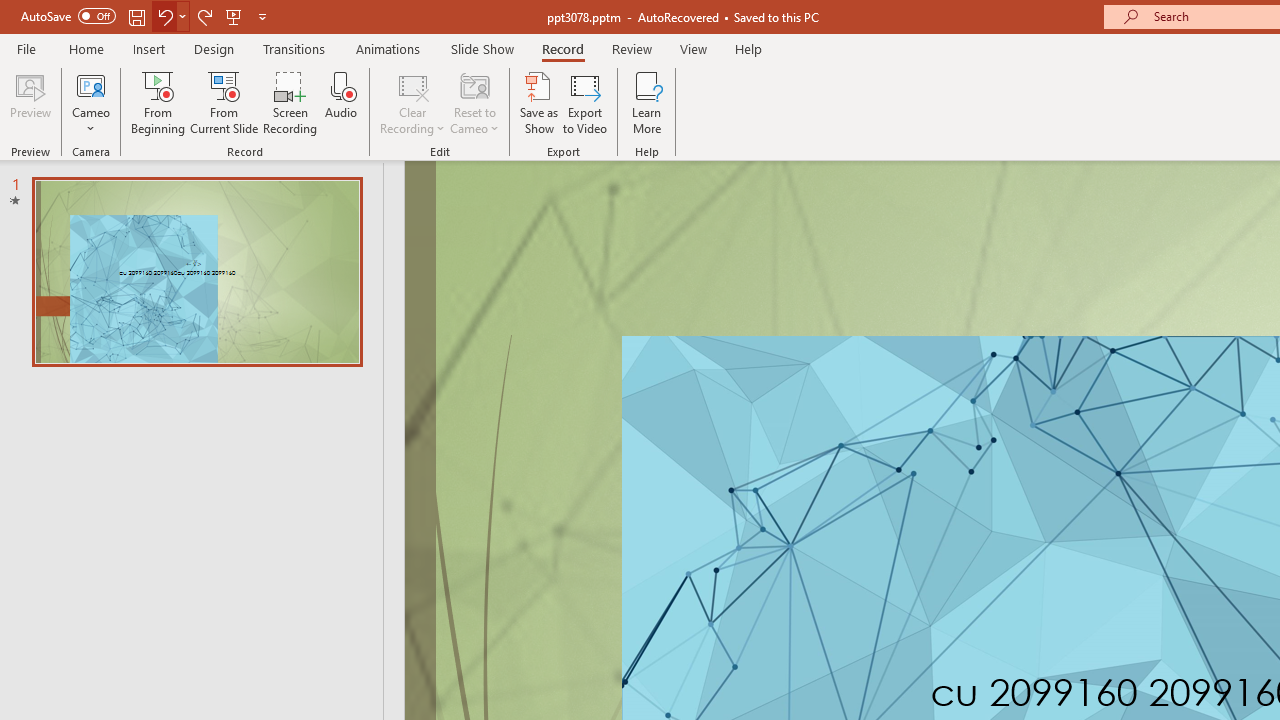 The image size is (1280, 720). Describe the element at coordinates (157, 103) in the screenshot. I see `'From Beginning...'` at that location.